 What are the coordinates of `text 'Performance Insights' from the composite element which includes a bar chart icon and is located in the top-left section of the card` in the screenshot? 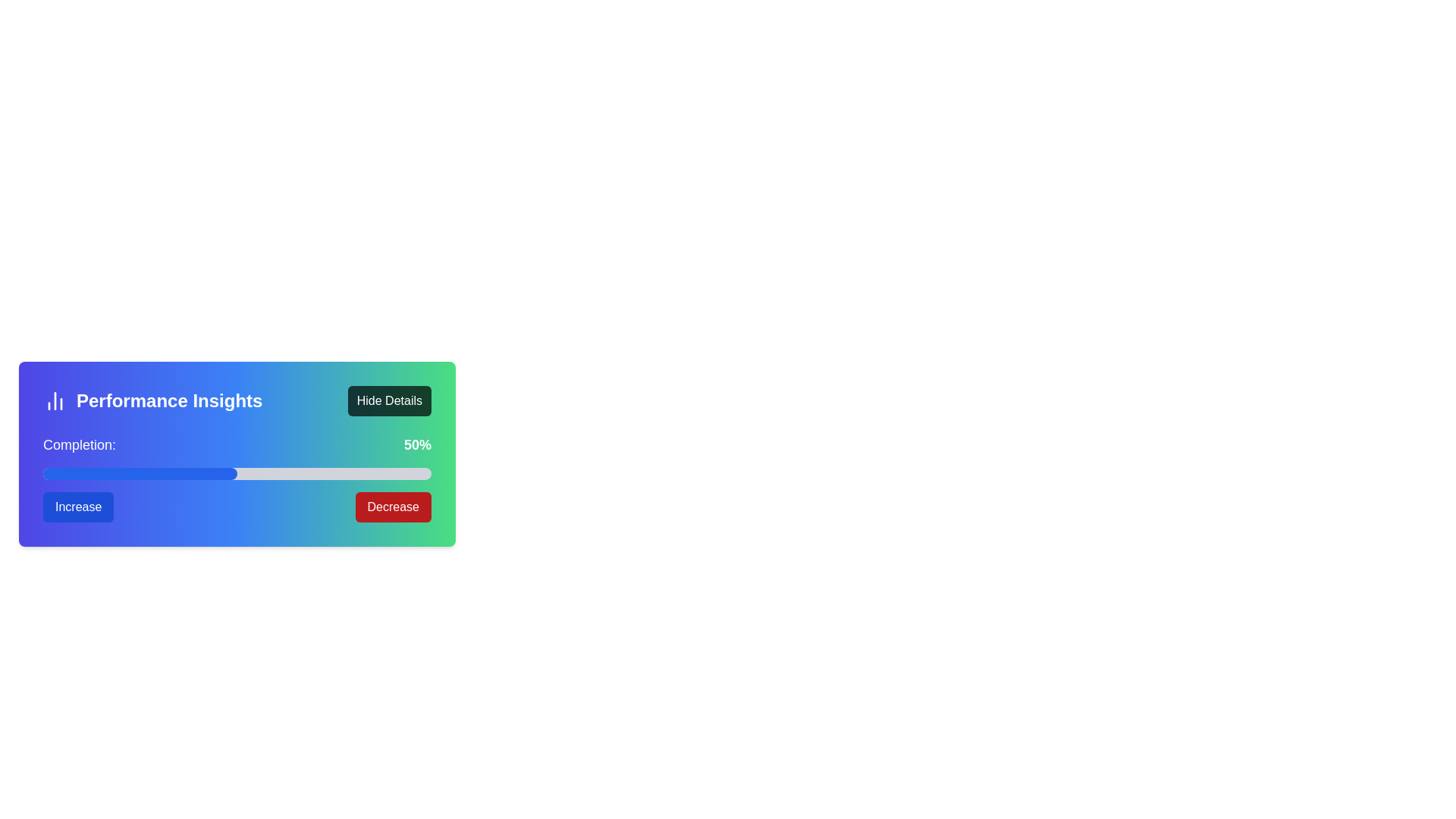 It's located at (152, 400).